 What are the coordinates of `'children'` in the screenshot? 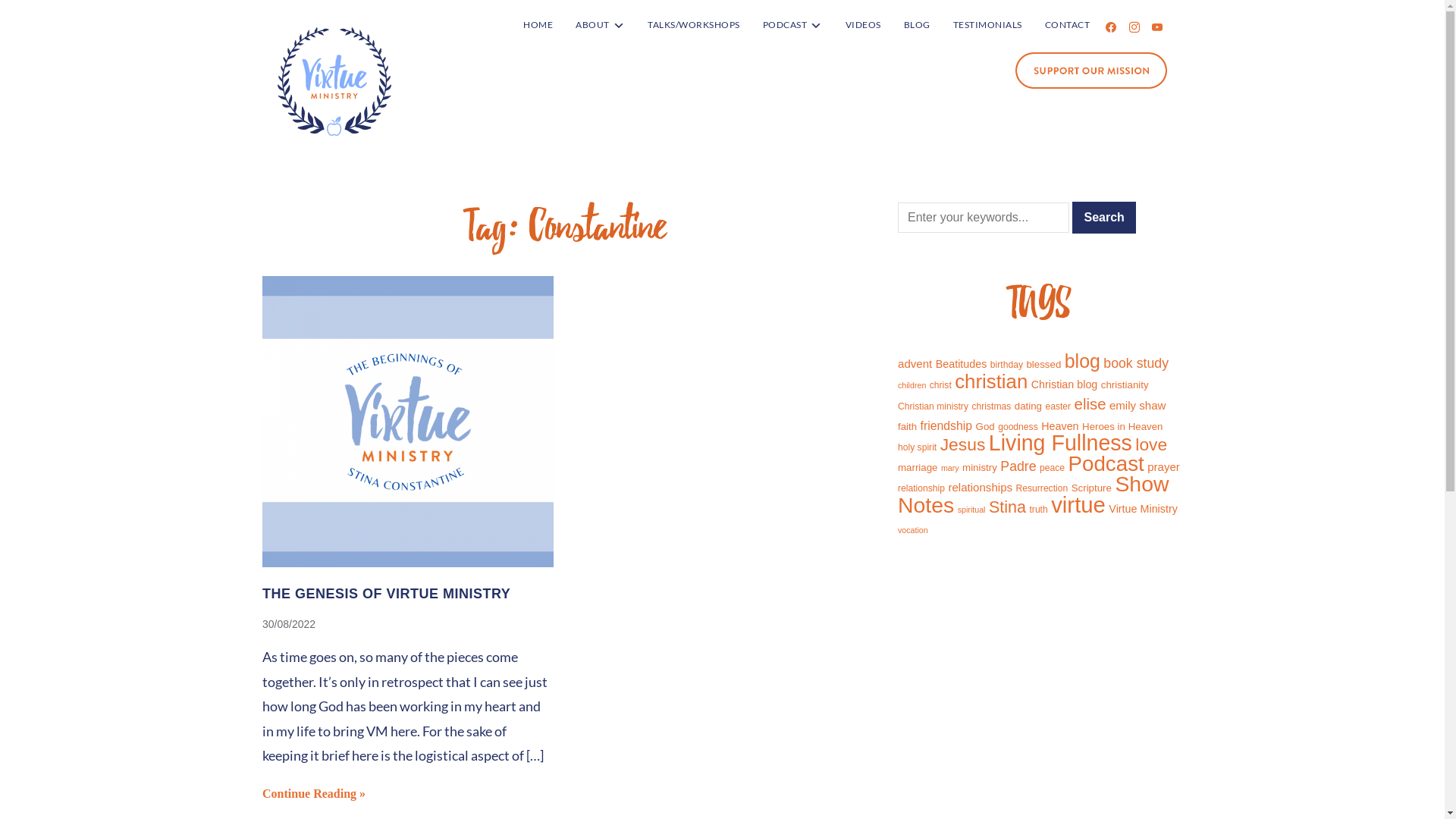 It's located at (911, 384).